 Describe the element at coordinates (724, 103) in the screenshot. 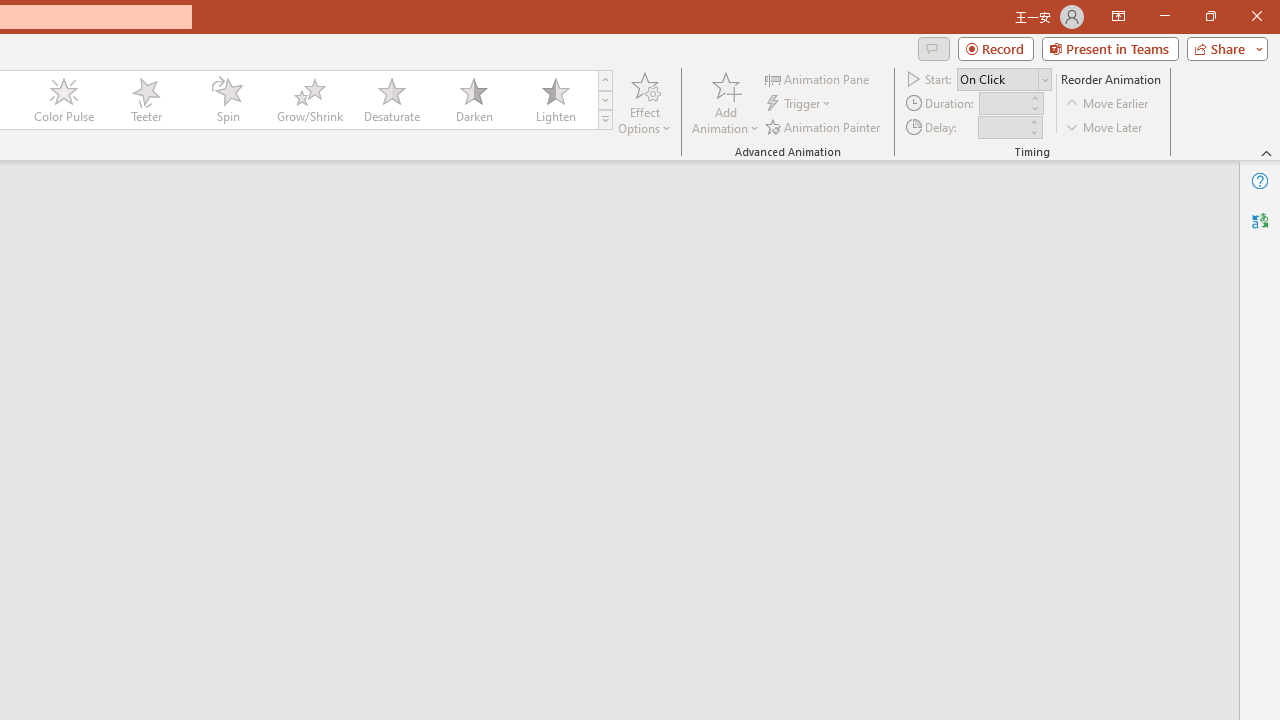

I see `'Add Animation'` at that location.